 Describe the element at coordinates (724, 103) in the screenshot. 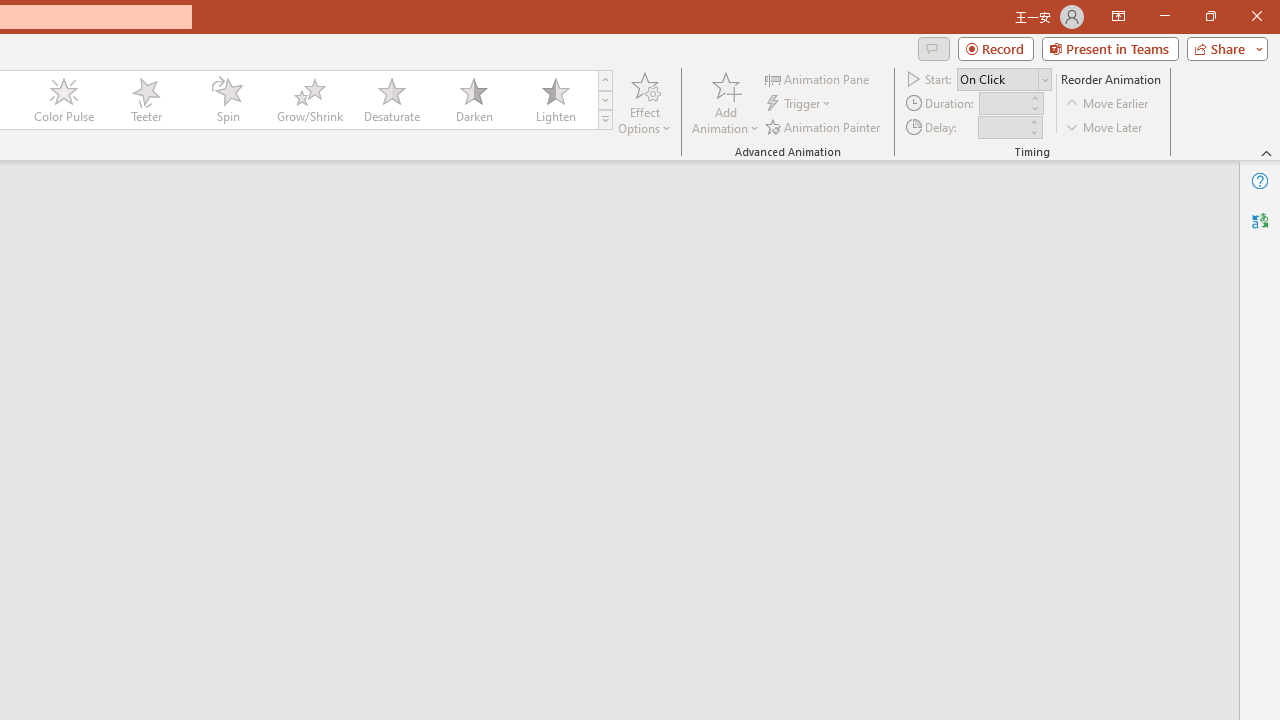

I see `'Add Animation'` at that location.